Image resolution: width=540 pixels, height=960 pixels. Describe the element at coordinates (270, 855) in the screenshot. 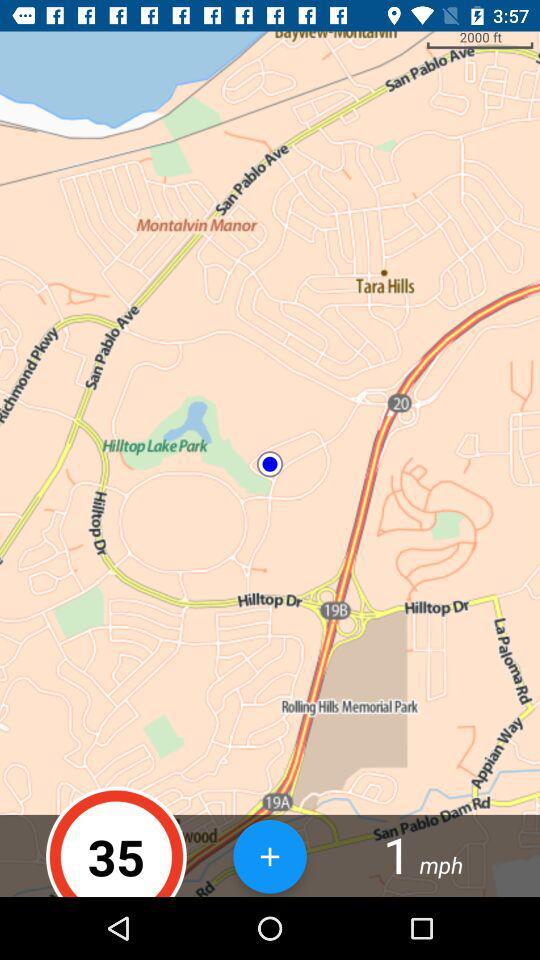

I see `the icon next to 1 item` at that location.